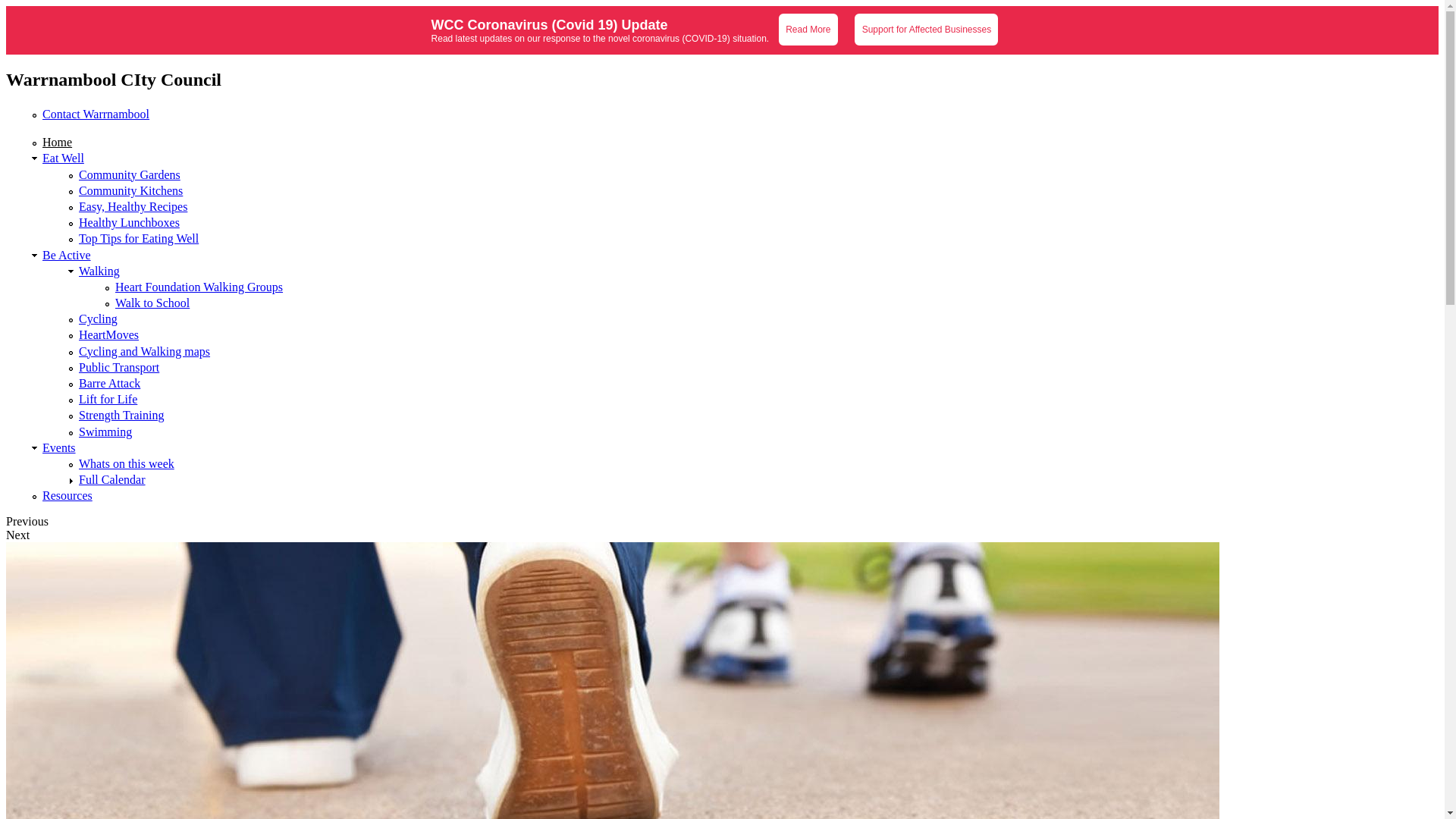  What do you see at coordinates (144, 351) in the screenshot?
I see `'Cycling and Walking maps'` at bounding box center [144, 351].